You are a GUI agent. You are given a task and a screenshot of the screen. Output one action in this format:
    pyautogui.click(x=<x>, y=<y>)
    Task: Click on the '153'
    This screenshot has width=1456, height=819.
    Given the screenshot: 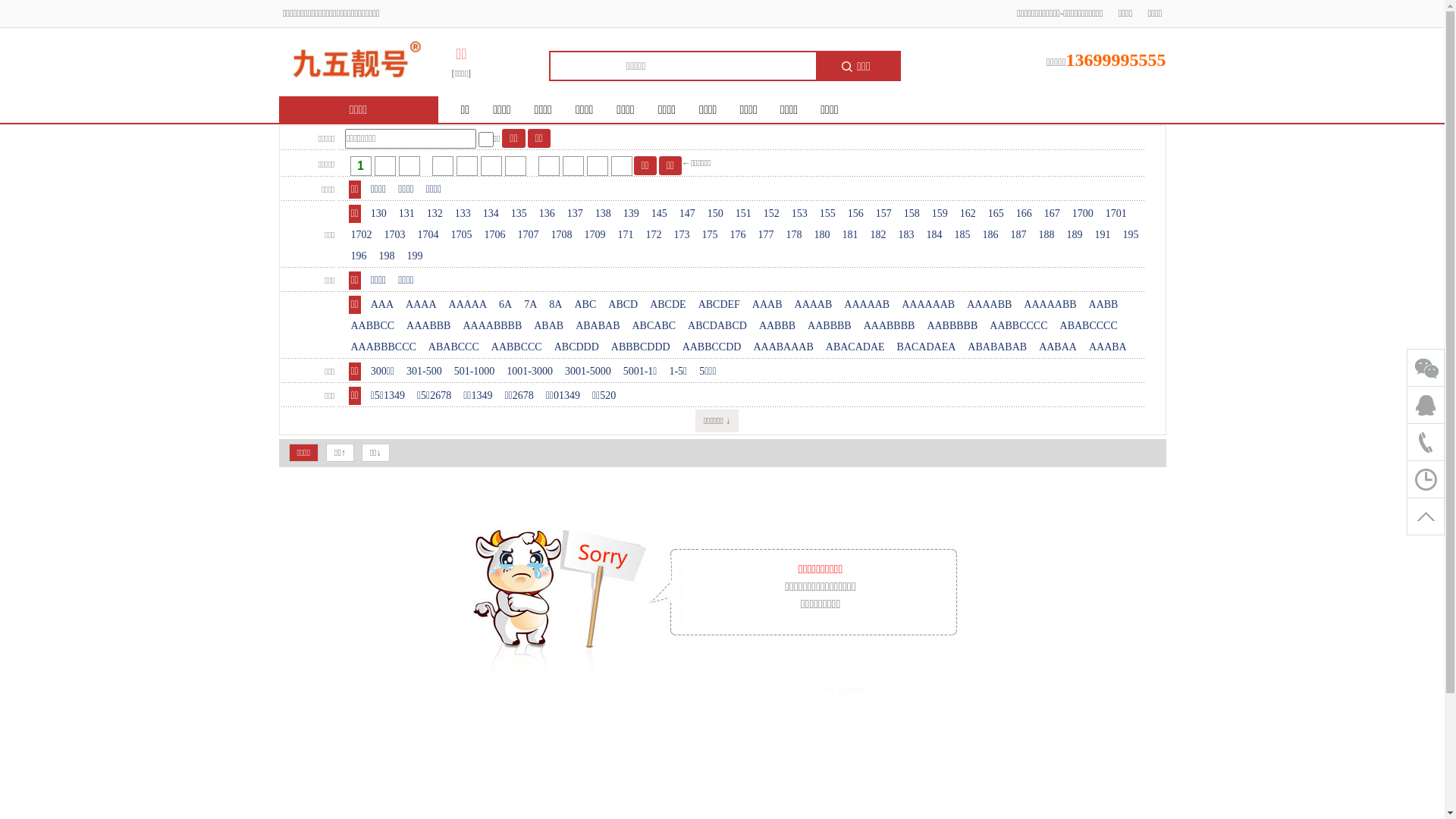 What is the action you would take?
    pyautogui.click(x=789, y=213)
    